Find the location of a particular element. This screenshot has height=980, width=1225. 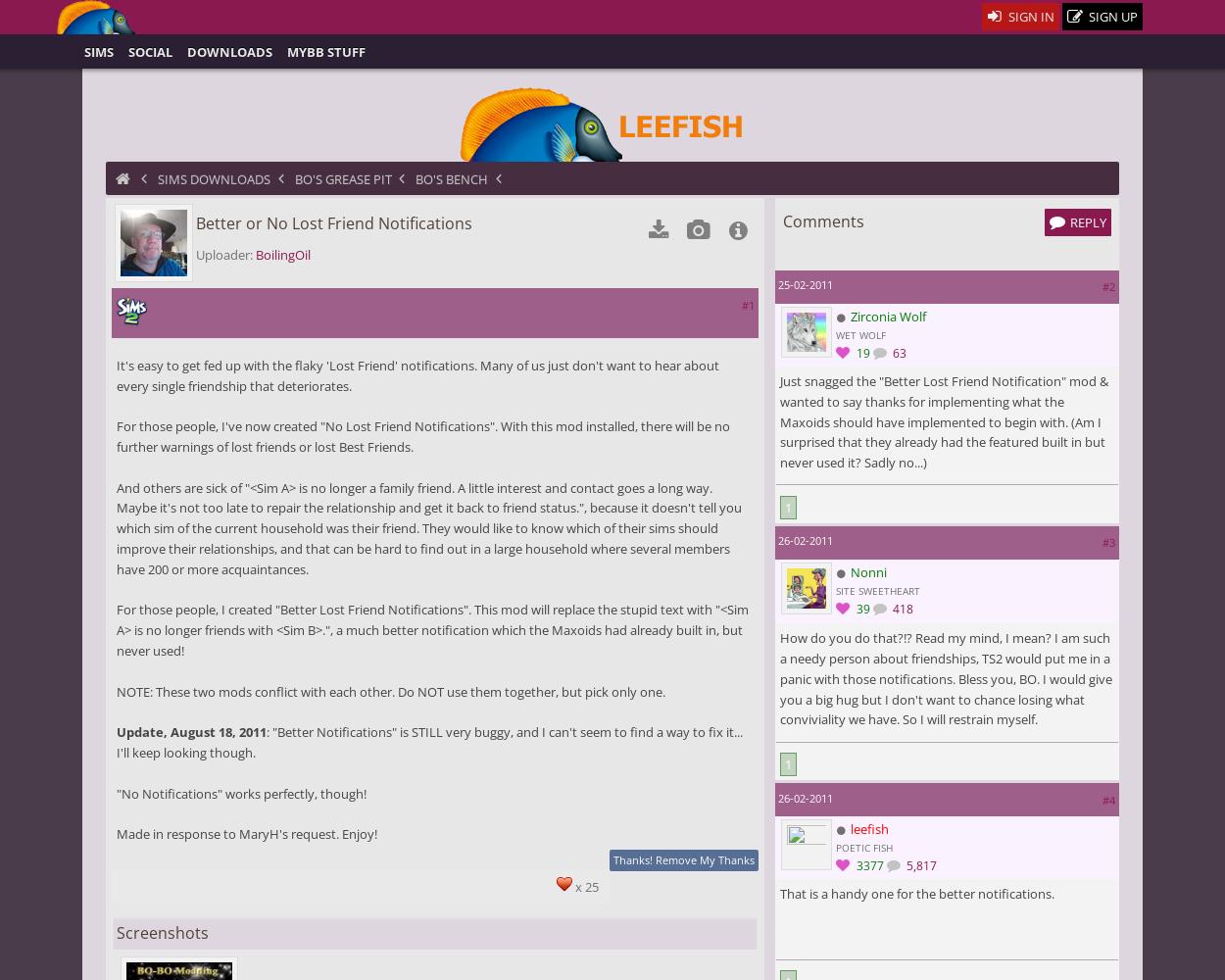

'It's easy to get fed up with the flaky 'Lost Friend' notifications. Many of us just don't want to hear about every single friendship that deteriorates.' is located at coordinates (416, 374).